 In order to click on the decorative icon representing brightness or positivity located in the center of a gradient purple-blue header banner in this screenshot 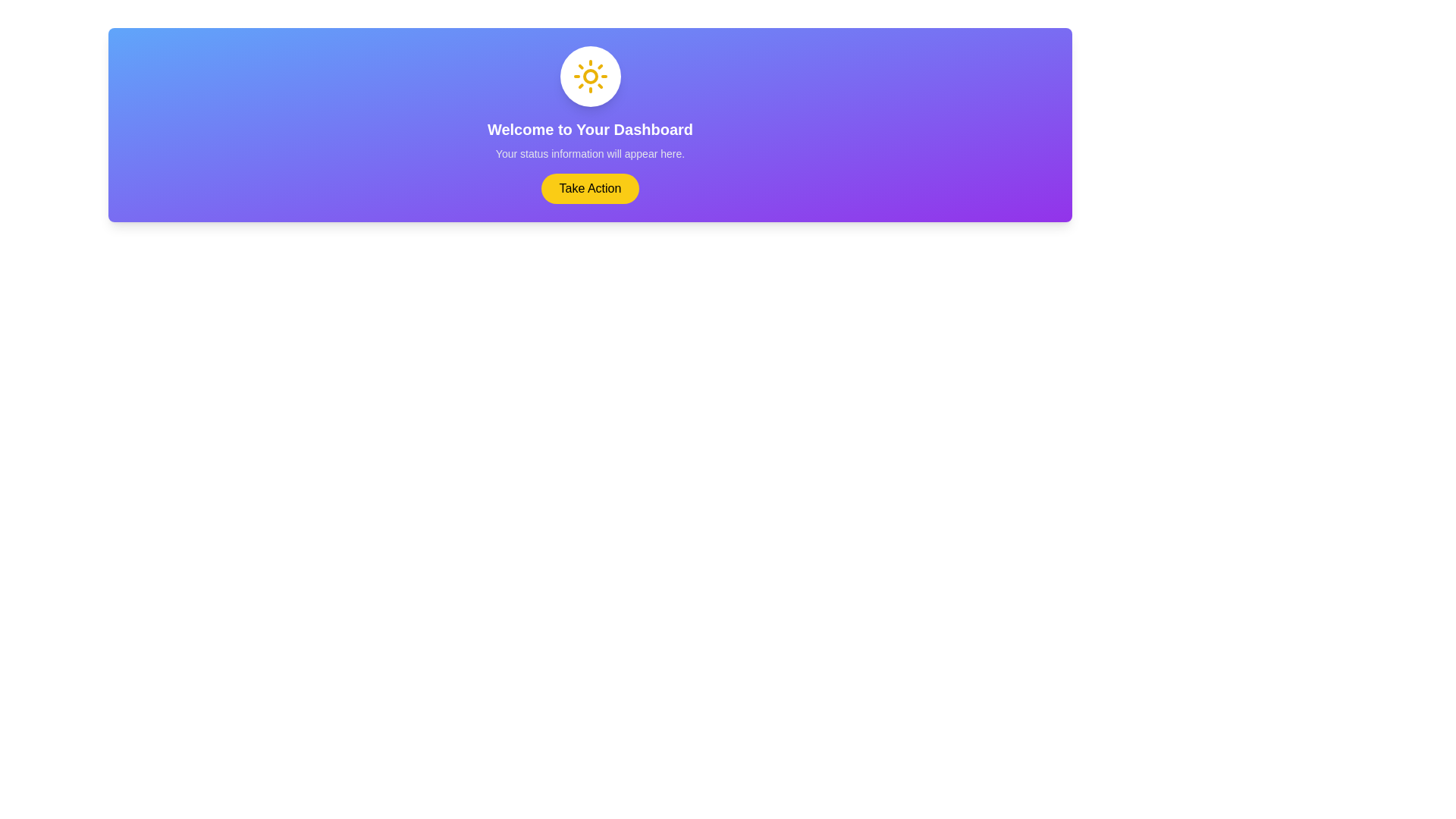, I will do `click(589, 76)`.